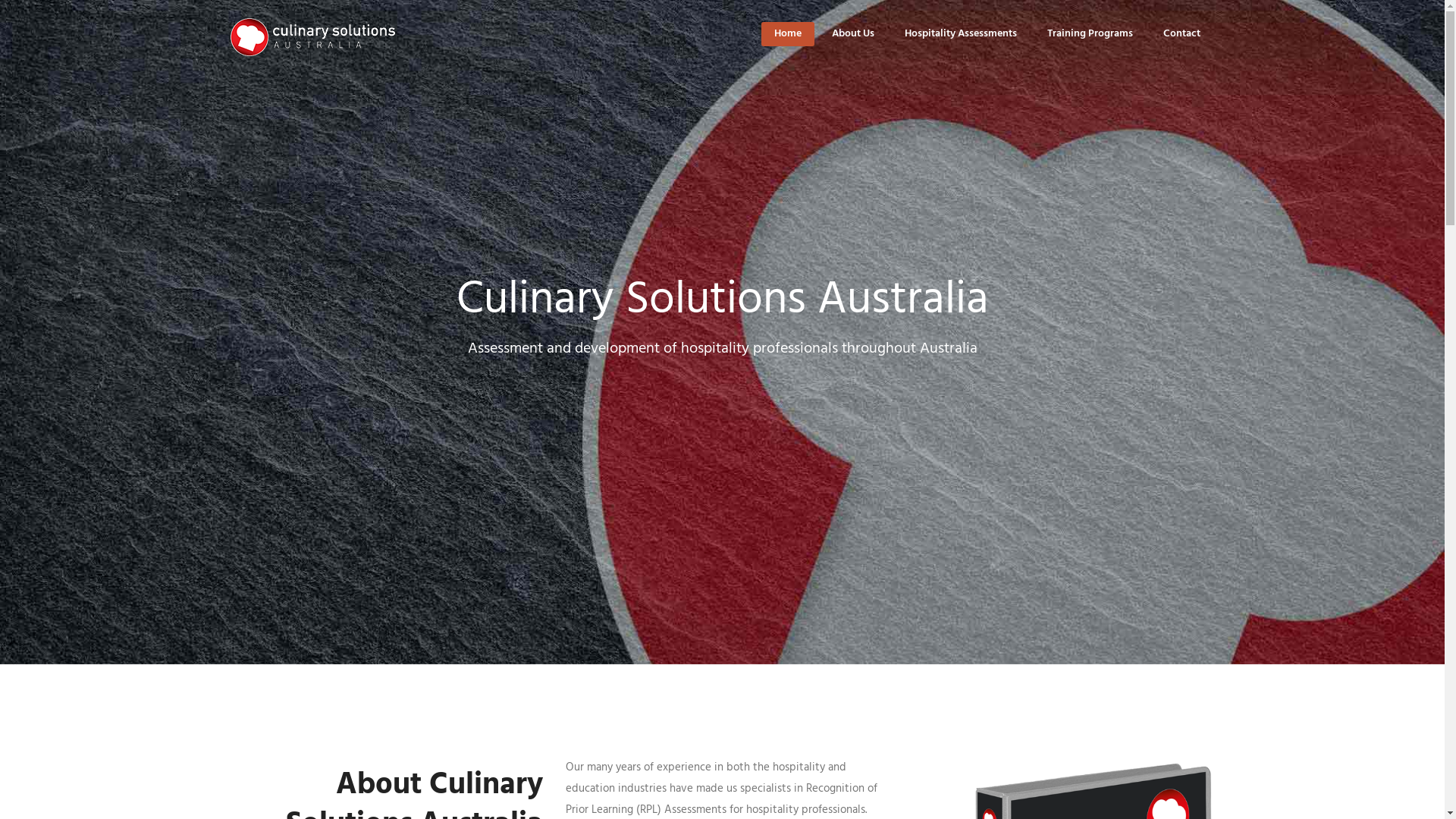 This screenshot has height=819, width=1456. Describe the element at coordinates (1088, 33) in the screenshot. I see `'Training Programs'` at that location.